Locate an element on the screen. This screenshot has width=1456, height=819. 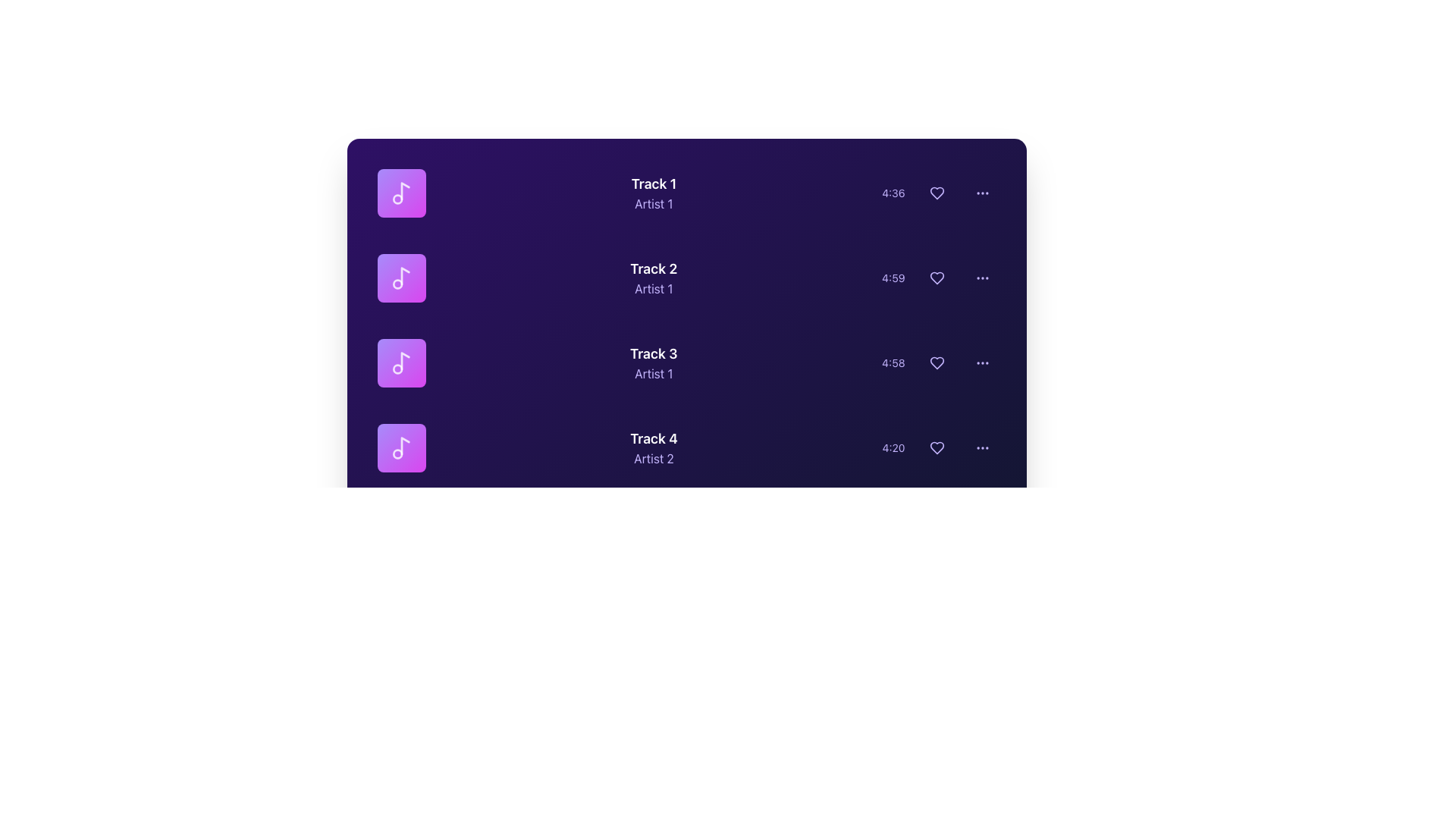
the second interactive 'like' button/icon located to the right of the second track's details is located at coordinates (936, 278).